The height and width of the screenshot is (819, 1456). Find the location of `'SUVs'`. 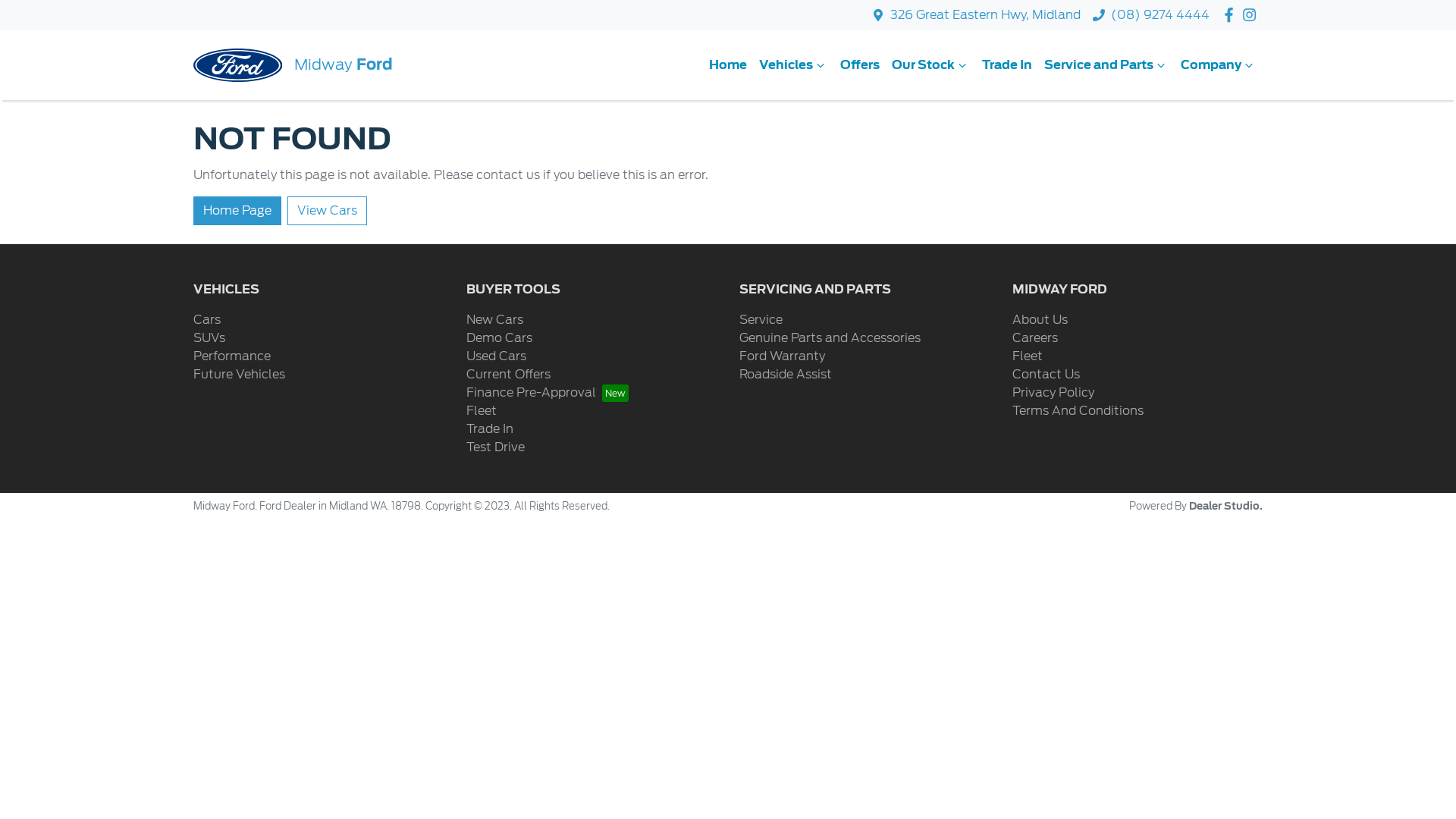

'SUVs' is located at coordinates (208, 337).